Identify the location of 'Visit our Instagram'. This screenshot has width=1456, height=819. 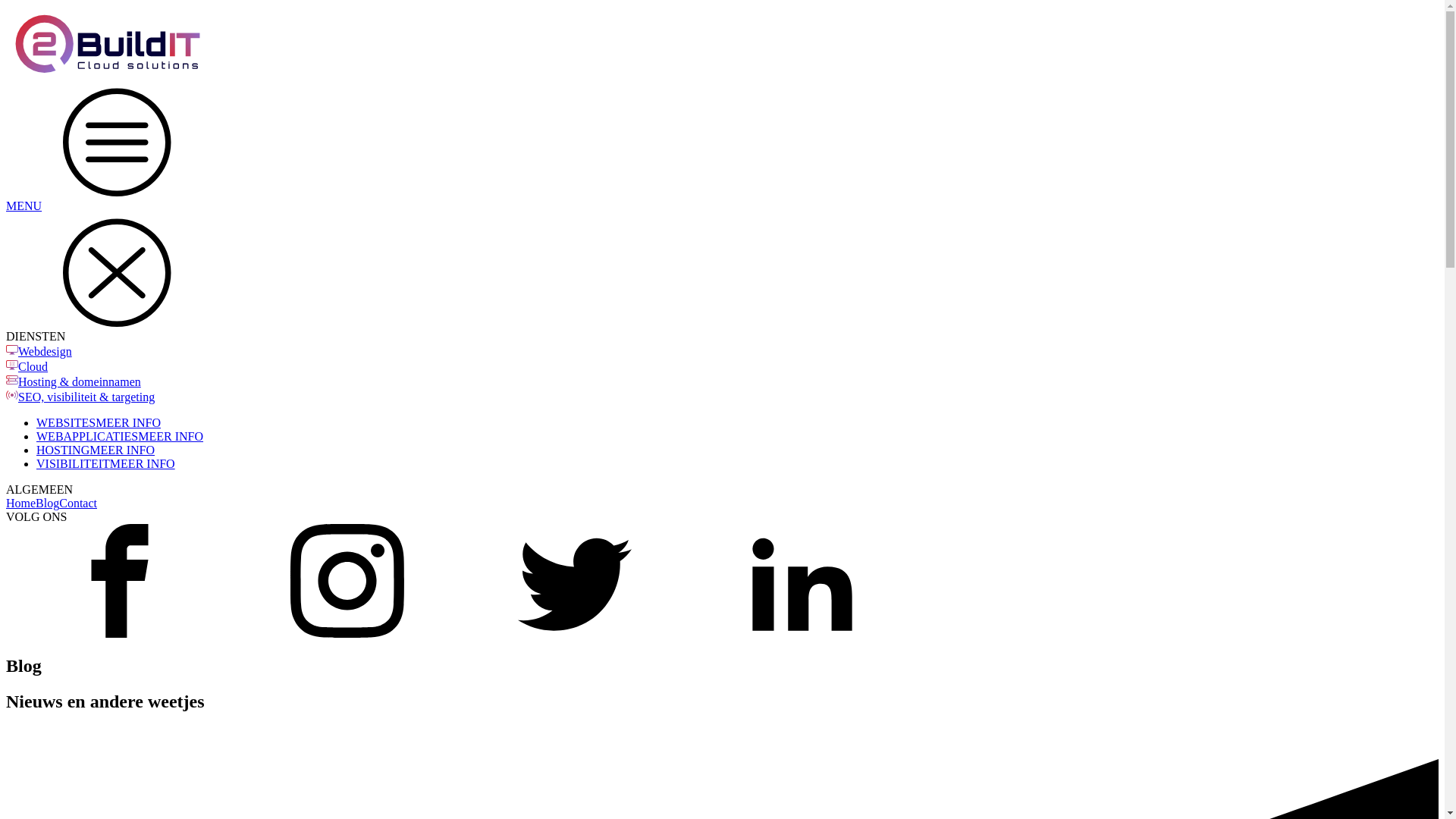
(232, 633).